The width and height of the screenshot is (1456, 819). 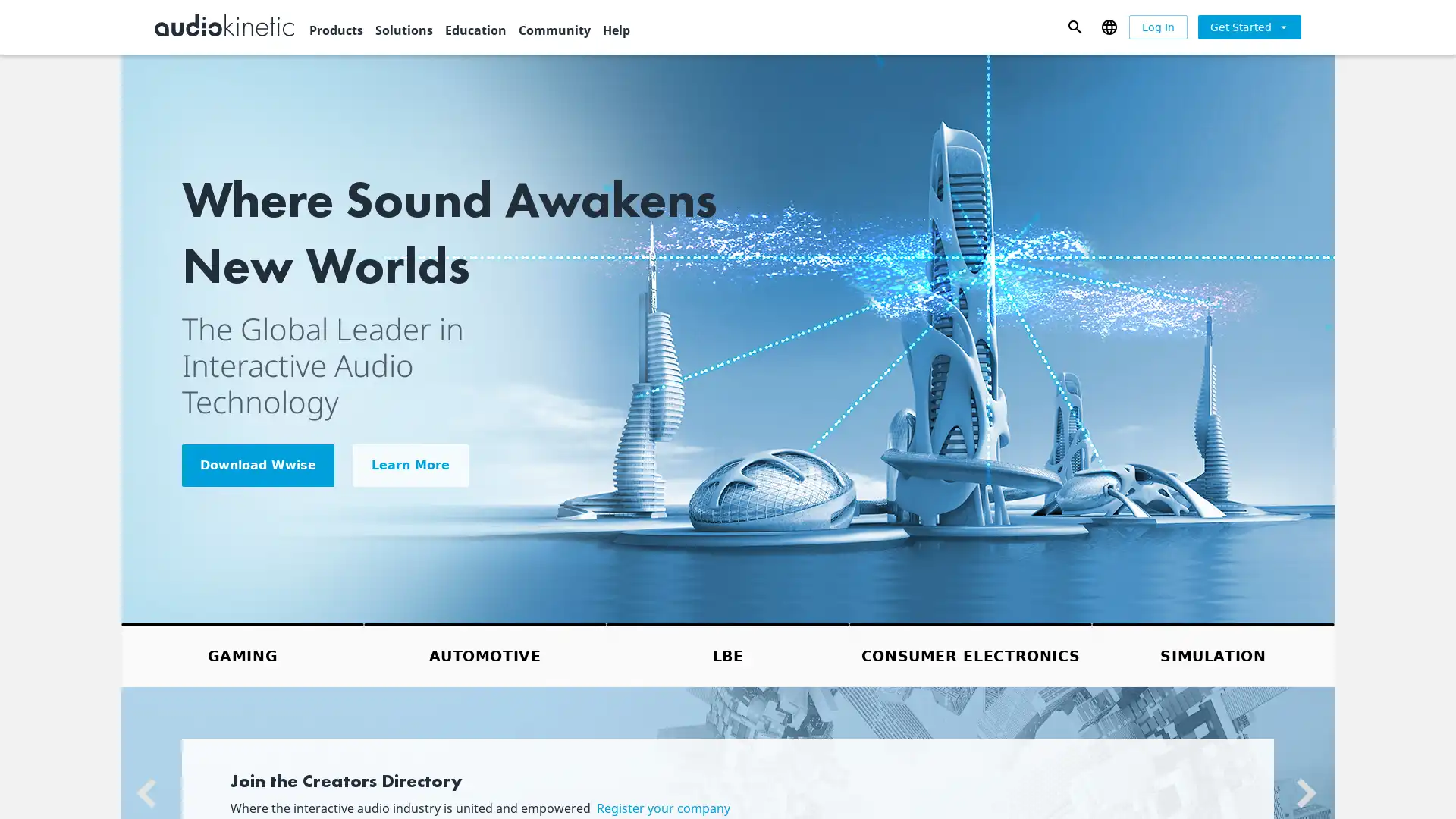 What do you see at coordinates (484, 654) in the screenshot?
I see `AUTOMOTIVE` at bounding box center [484, 654].